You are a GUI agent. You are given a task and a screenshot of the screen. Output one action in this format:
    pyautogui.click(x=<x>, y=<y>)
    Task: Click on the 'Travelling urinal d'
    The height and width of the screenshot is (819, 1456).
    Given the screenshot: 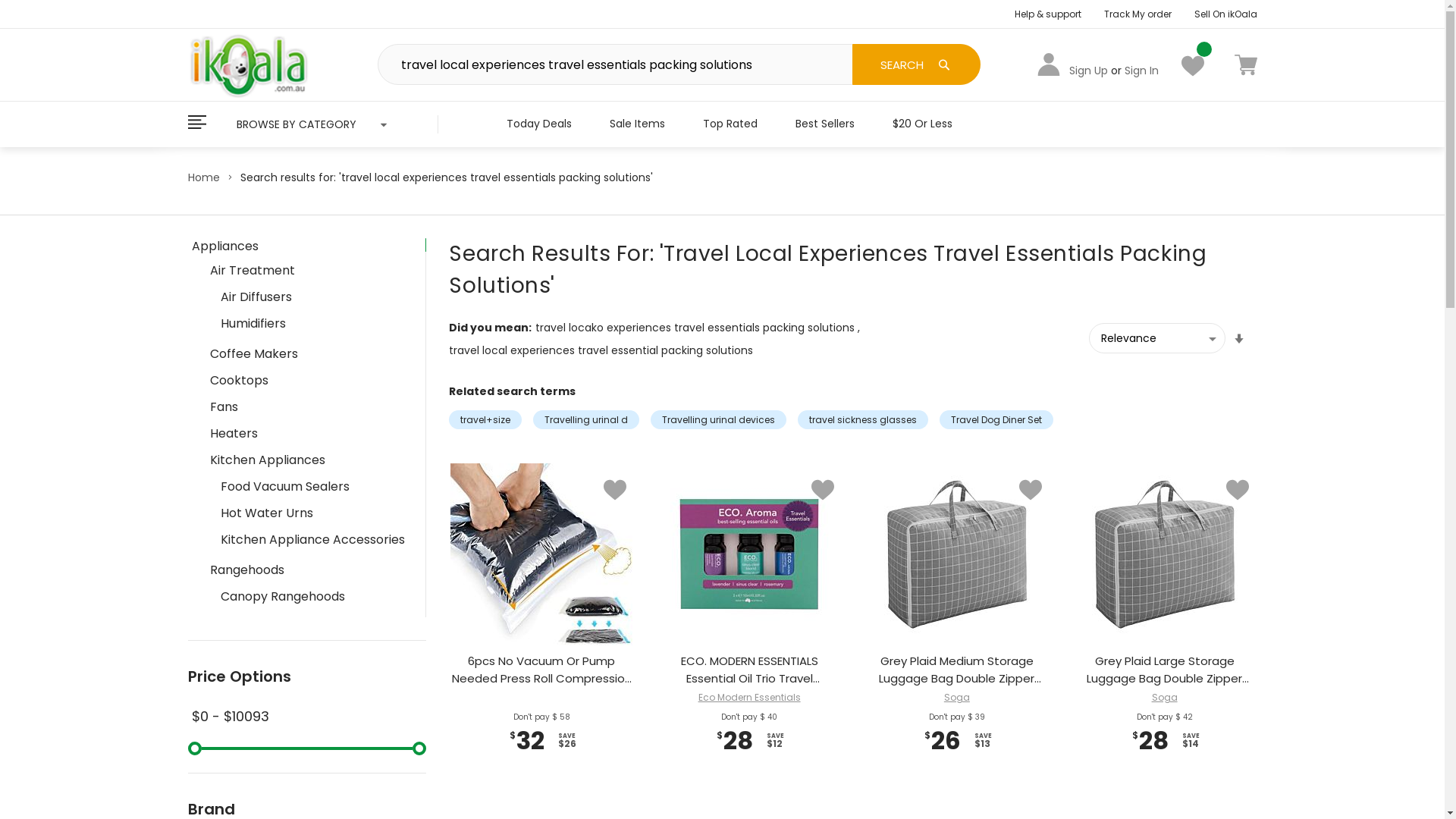 What is the action you would take?
    pyautogui.click(x=585, y=420)
    